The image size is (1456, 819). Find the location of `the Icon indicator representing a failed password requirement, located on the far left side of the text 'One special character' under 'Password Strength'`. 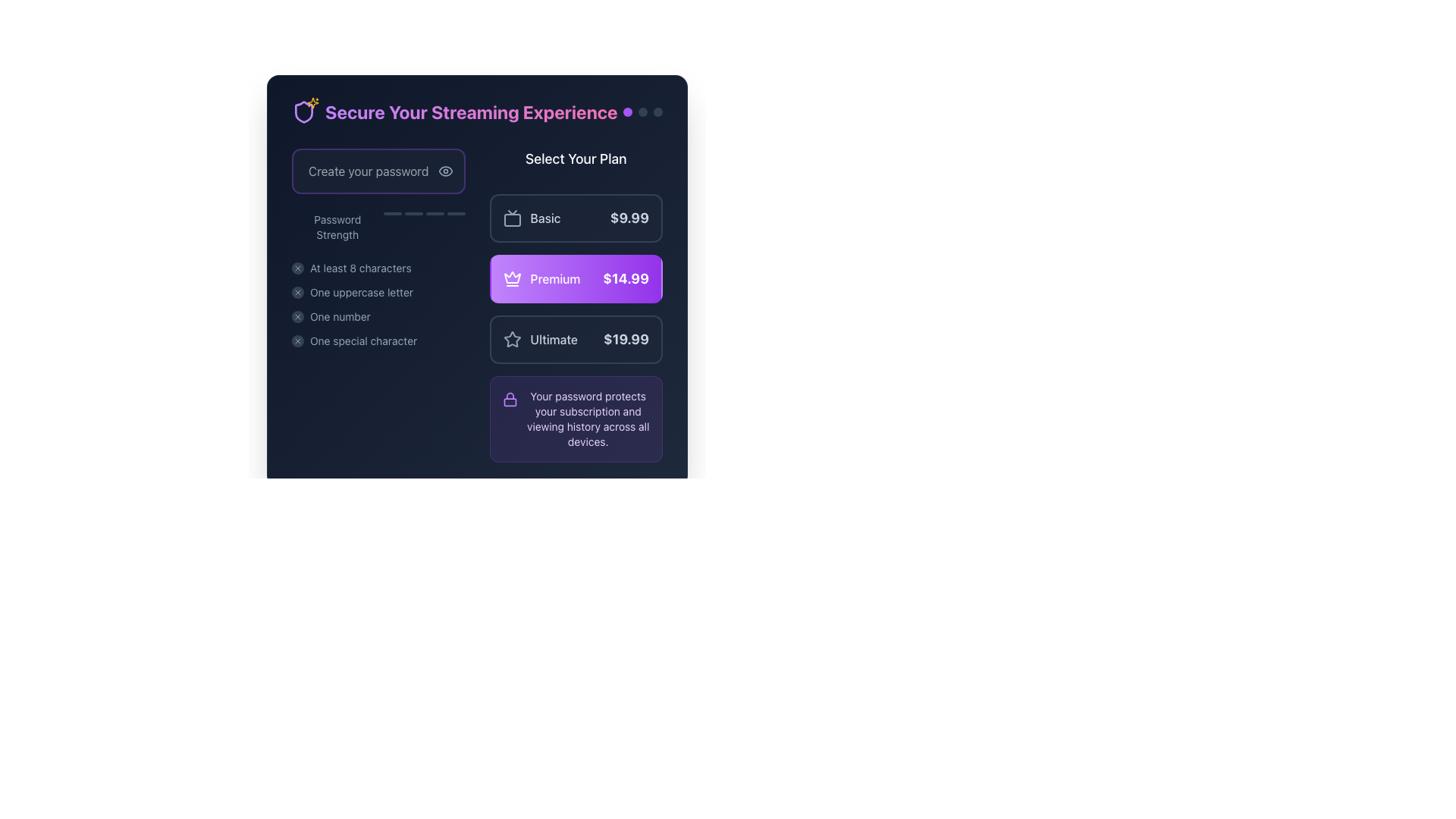

the Icon indicator representing a failed password requirement, located on the far left side of the text 'One special character' under 'Password Strength' is located at coordinates (298, 341).